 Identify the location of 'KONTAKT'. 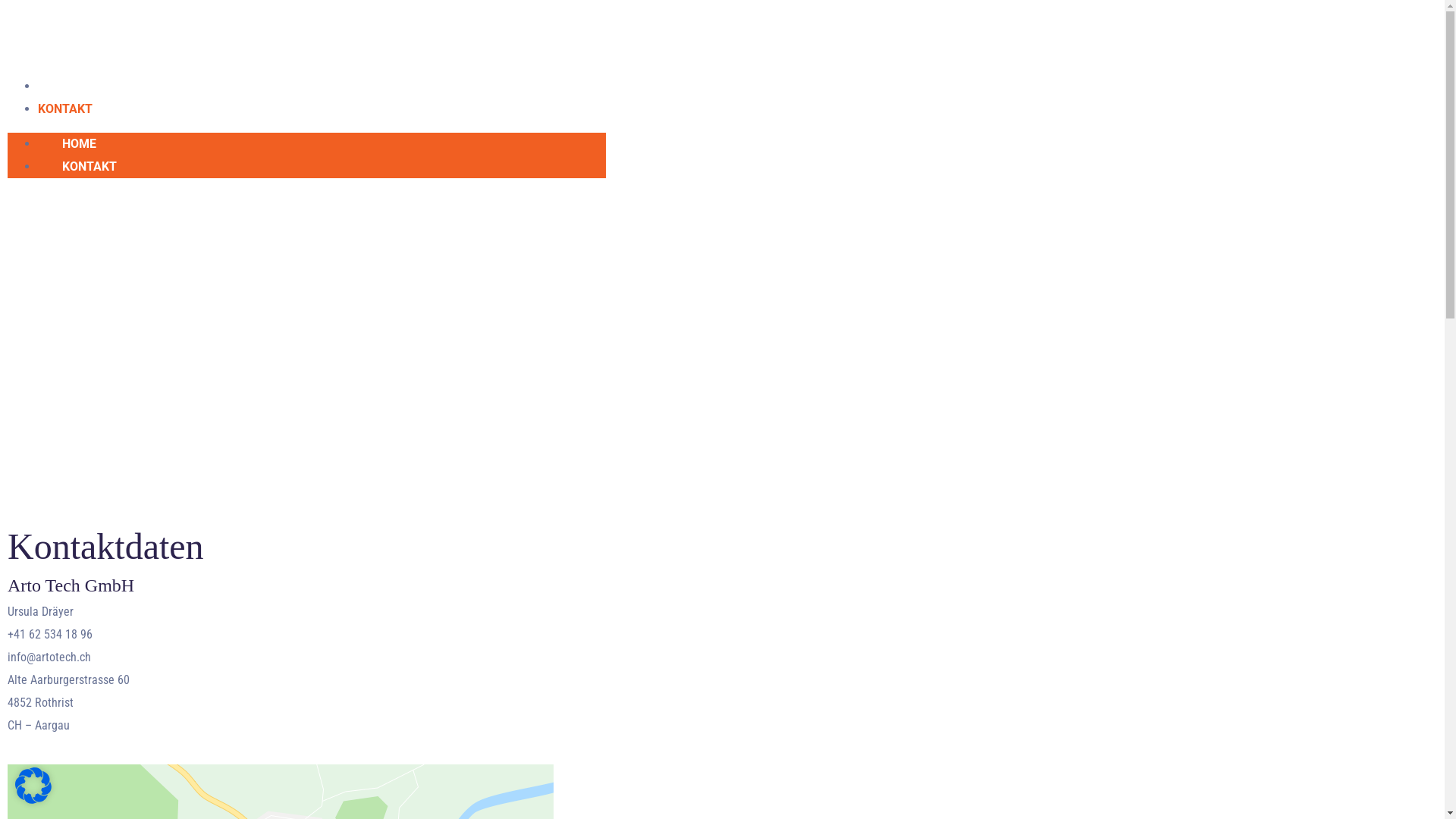
(64, 108).